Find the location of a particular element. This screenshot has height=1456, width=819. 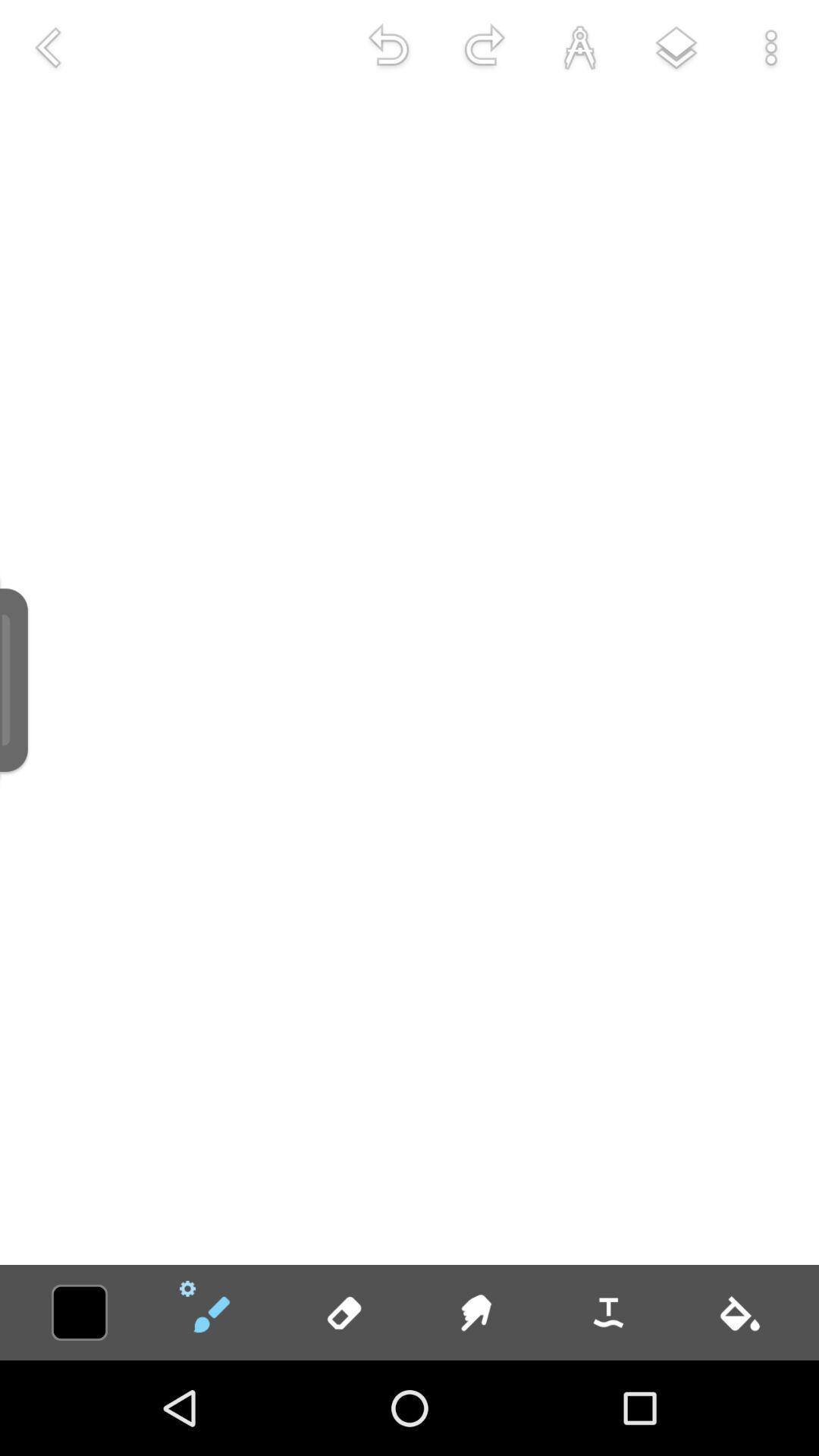

the more icon is located at coordinates (771, 47).